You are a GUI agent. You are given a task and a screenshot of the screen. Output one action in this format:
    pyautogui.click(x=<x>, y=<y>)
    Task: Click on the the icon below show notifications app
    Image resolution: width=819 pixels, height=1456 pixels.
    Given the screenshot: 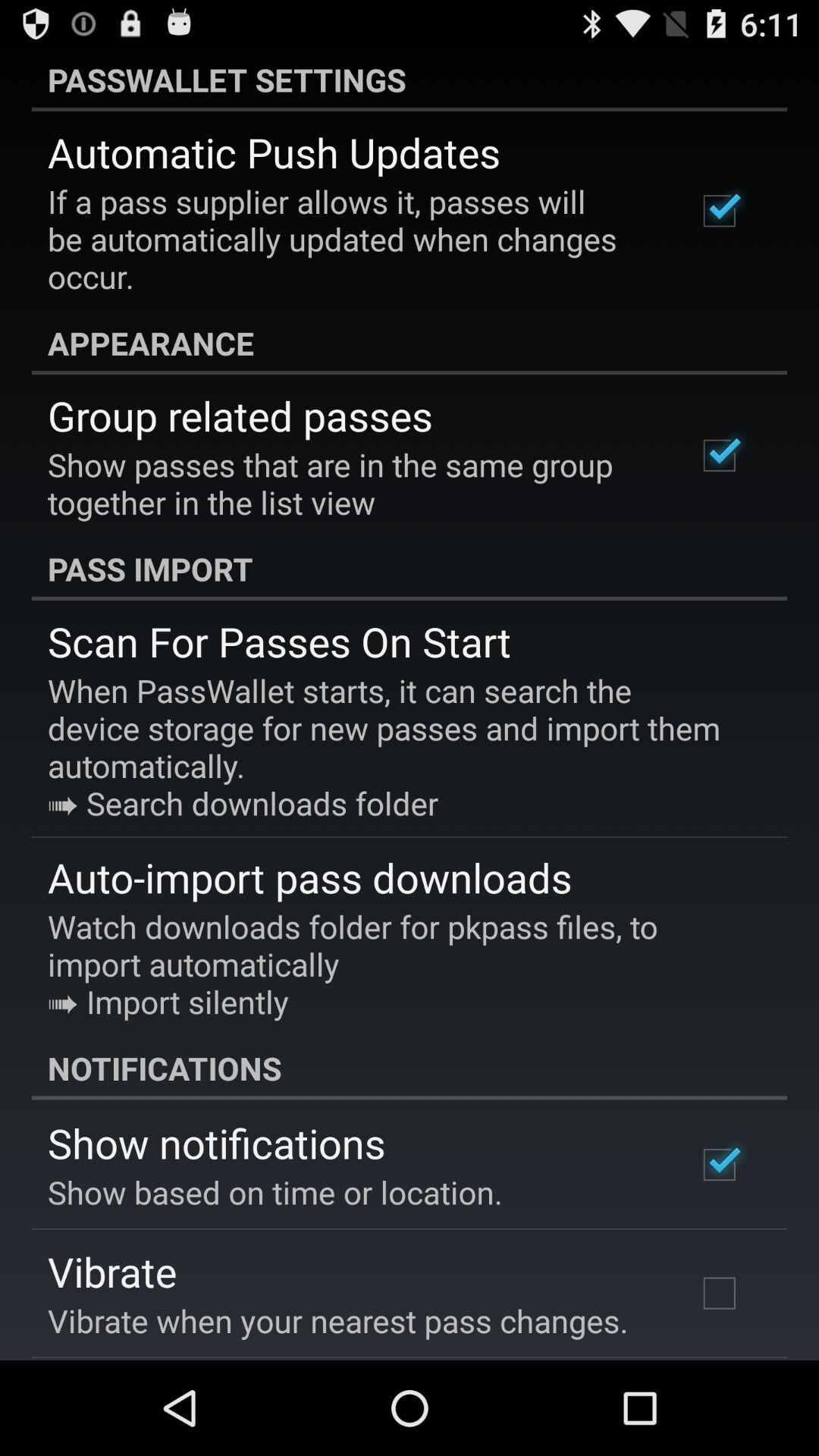 What is the action you would take?
    pyautogui.click(x=275, y=1191)
    